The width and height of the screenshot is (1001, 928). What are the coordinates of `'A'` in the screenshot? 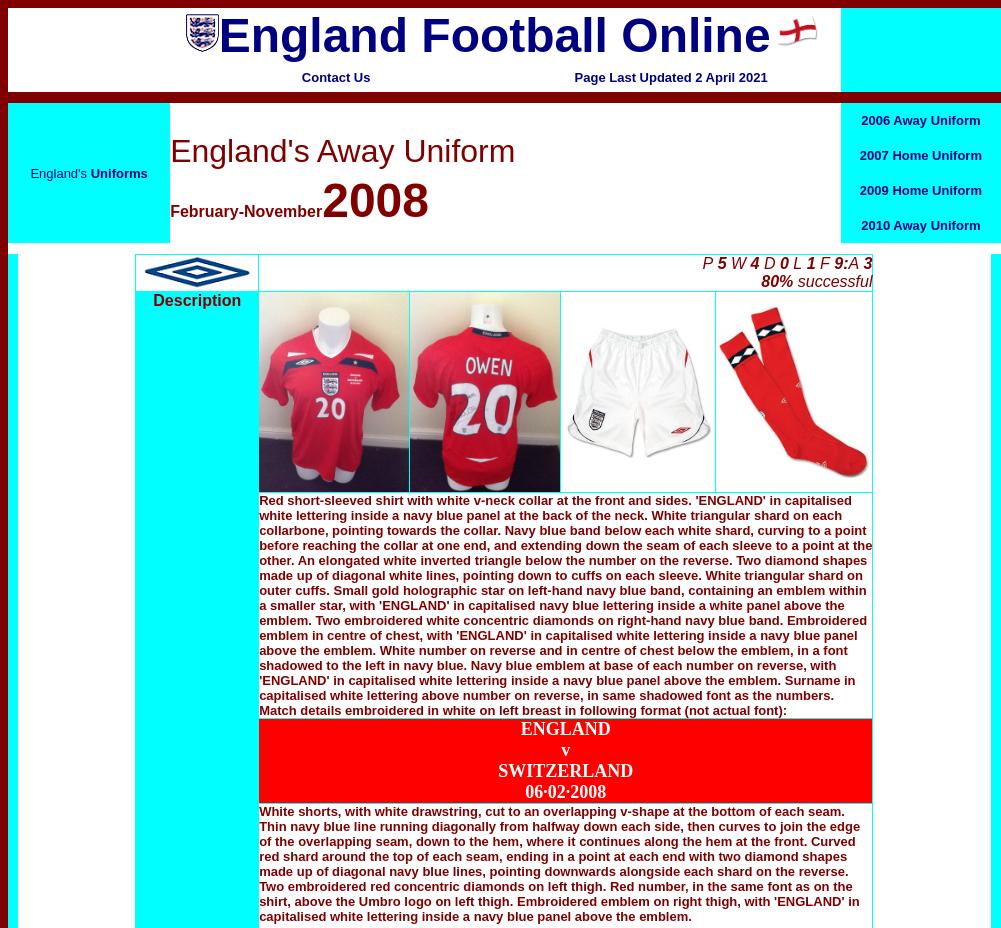 It's located at (852, 262).